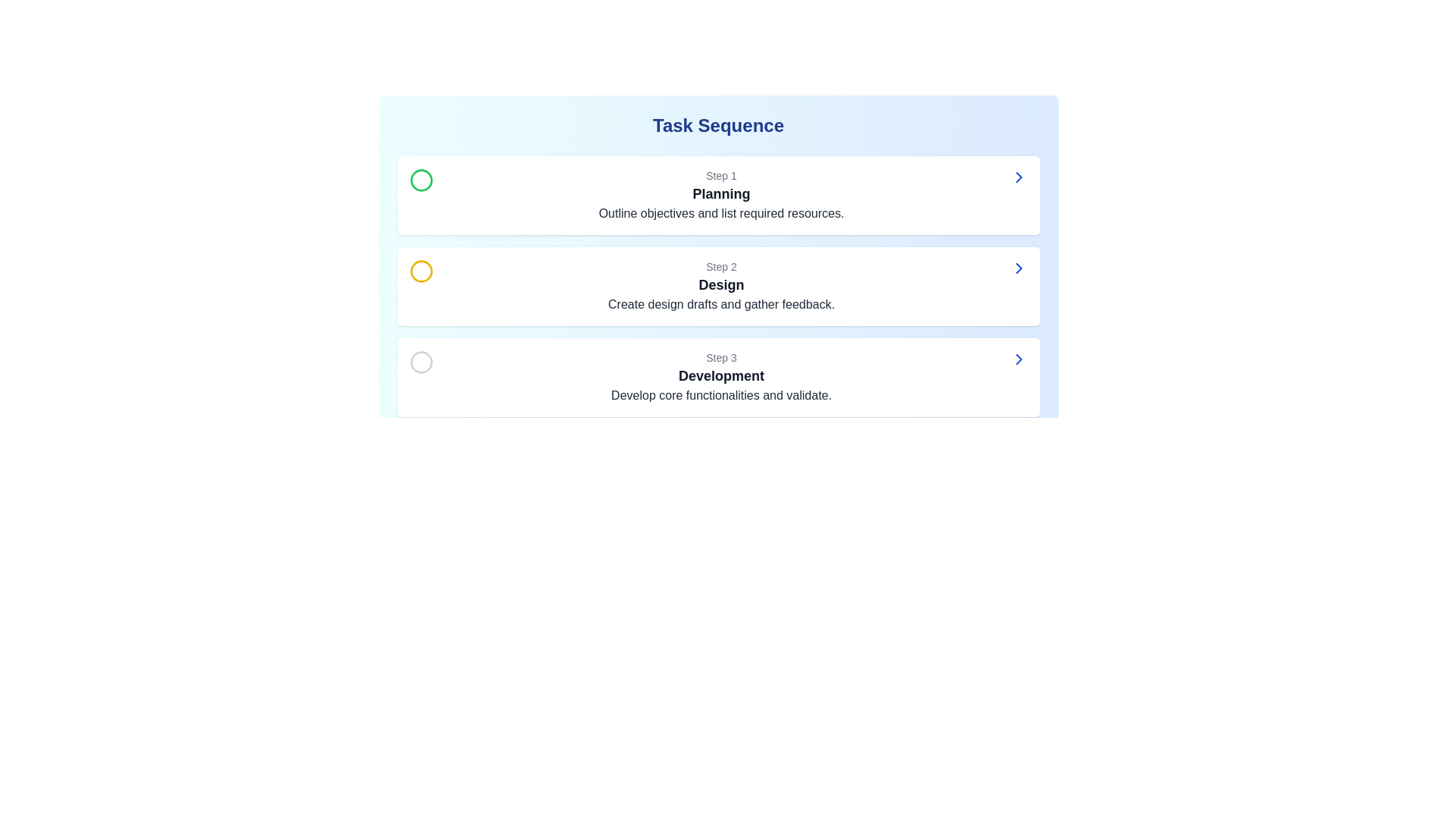 The image size is (1456, 819). I want to click on the Circle icon that represents the third step in the sequence below the text 'Step 3 Development.', so click(421, 362).